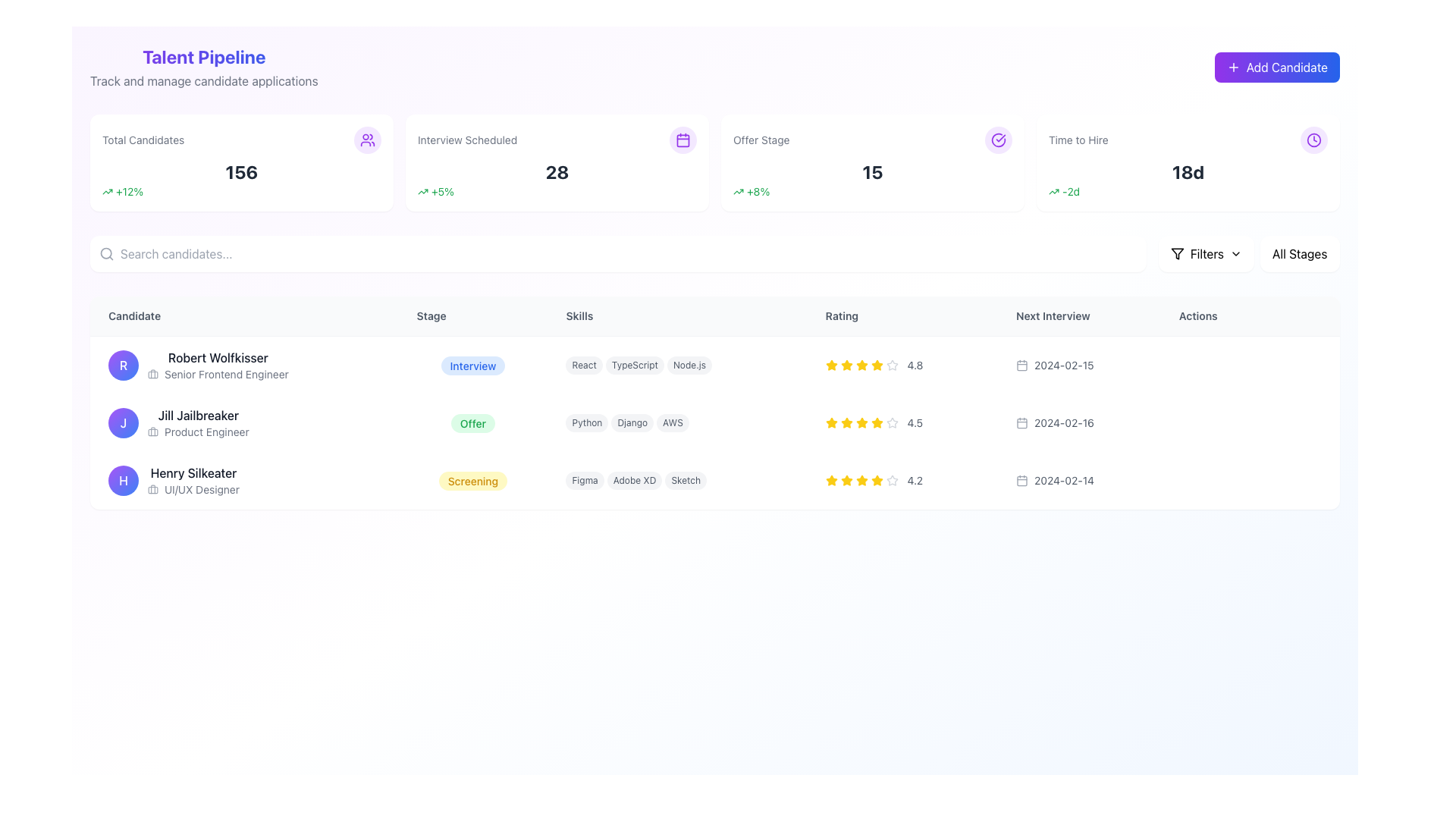 The image size is (1456, 819). I want to click on the fifth star-shaped icon in the rating system under 'Henry Silkeater' to rate it, so click(892, 480).